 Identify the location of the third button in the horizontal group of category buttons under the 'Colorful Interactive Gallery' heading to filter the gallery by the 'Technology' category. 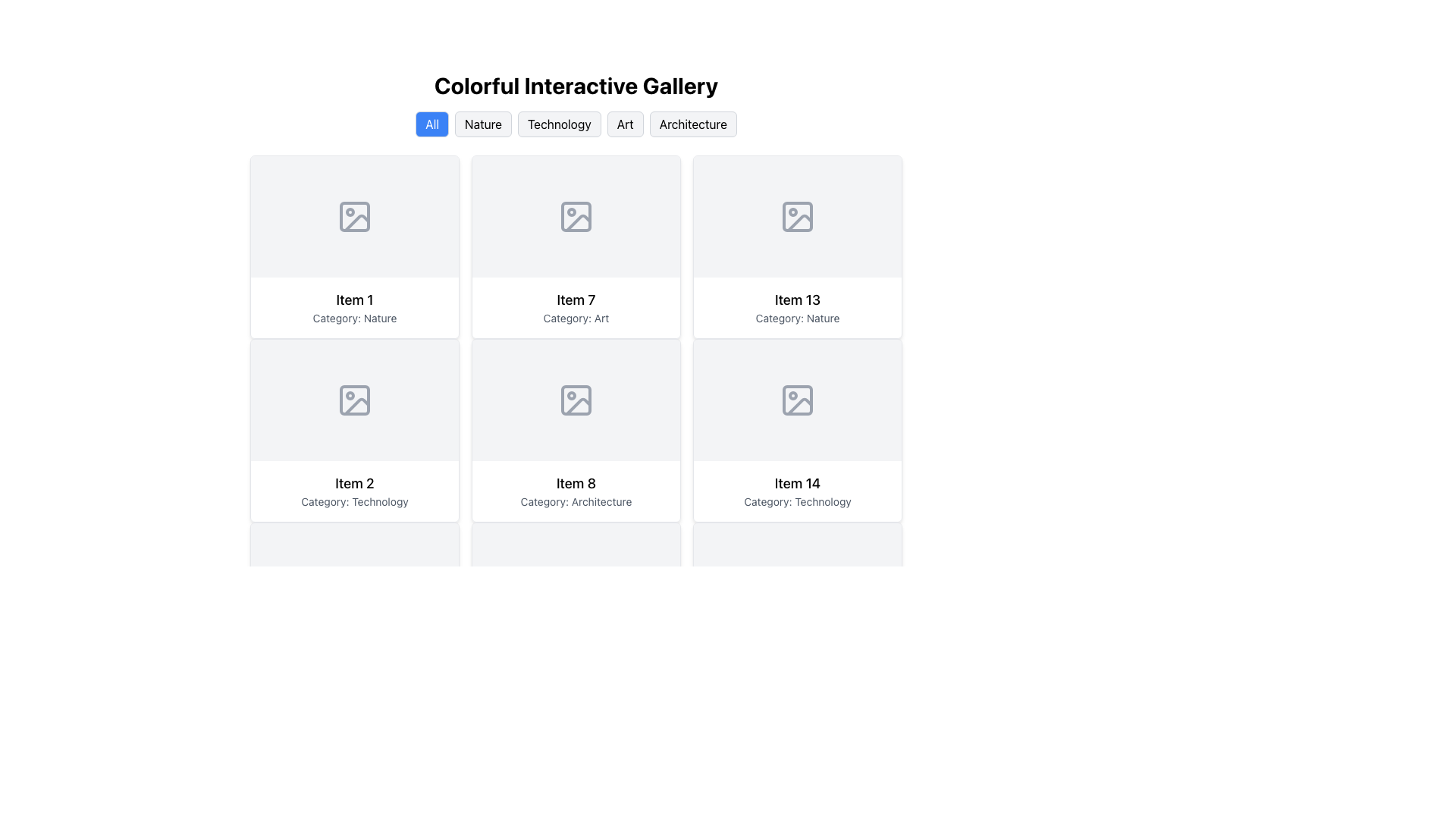
(558, 124).